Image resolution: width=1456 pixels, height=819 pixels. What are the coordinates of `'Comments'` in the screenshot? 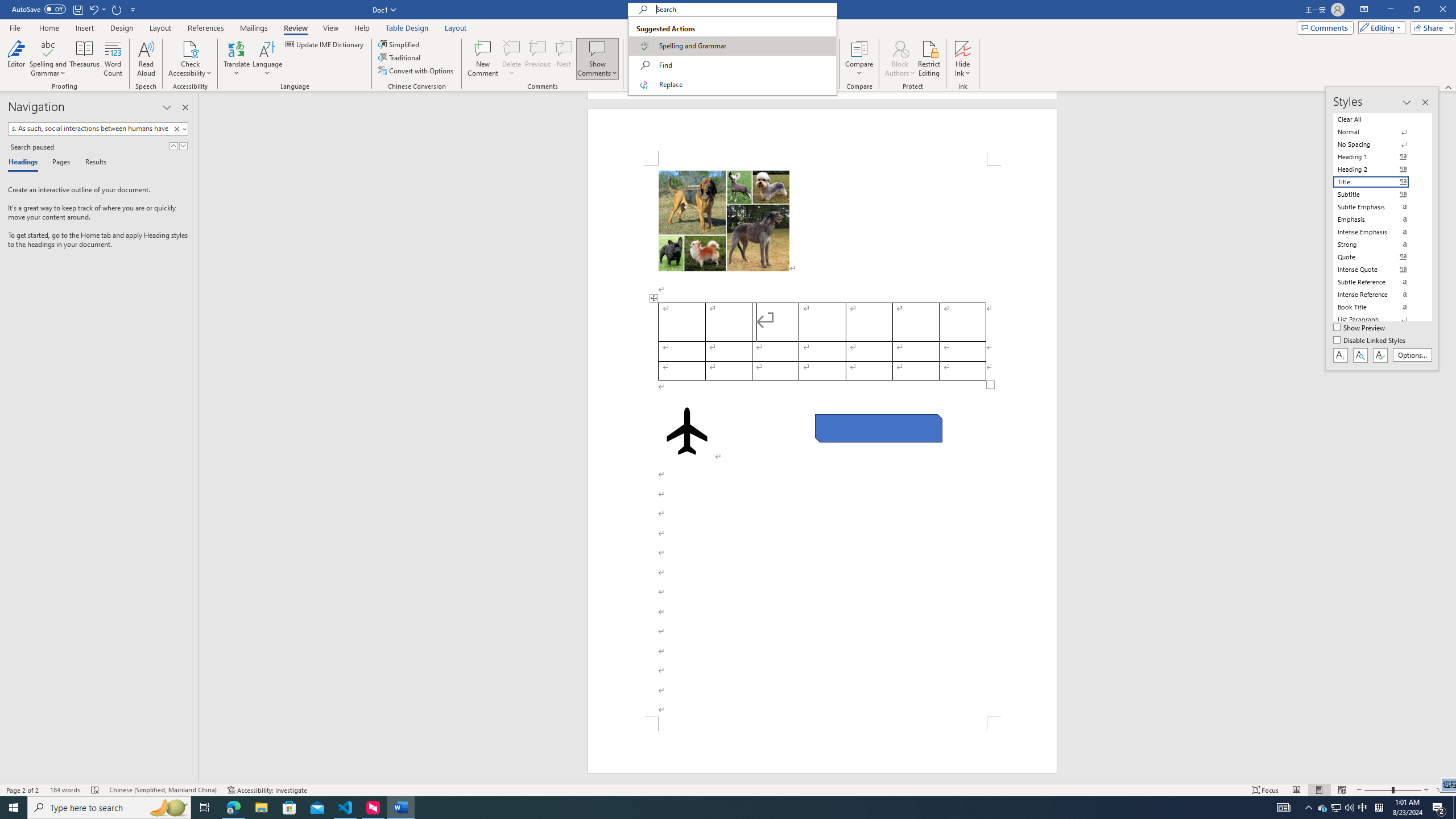 It's located at (1325, 27).